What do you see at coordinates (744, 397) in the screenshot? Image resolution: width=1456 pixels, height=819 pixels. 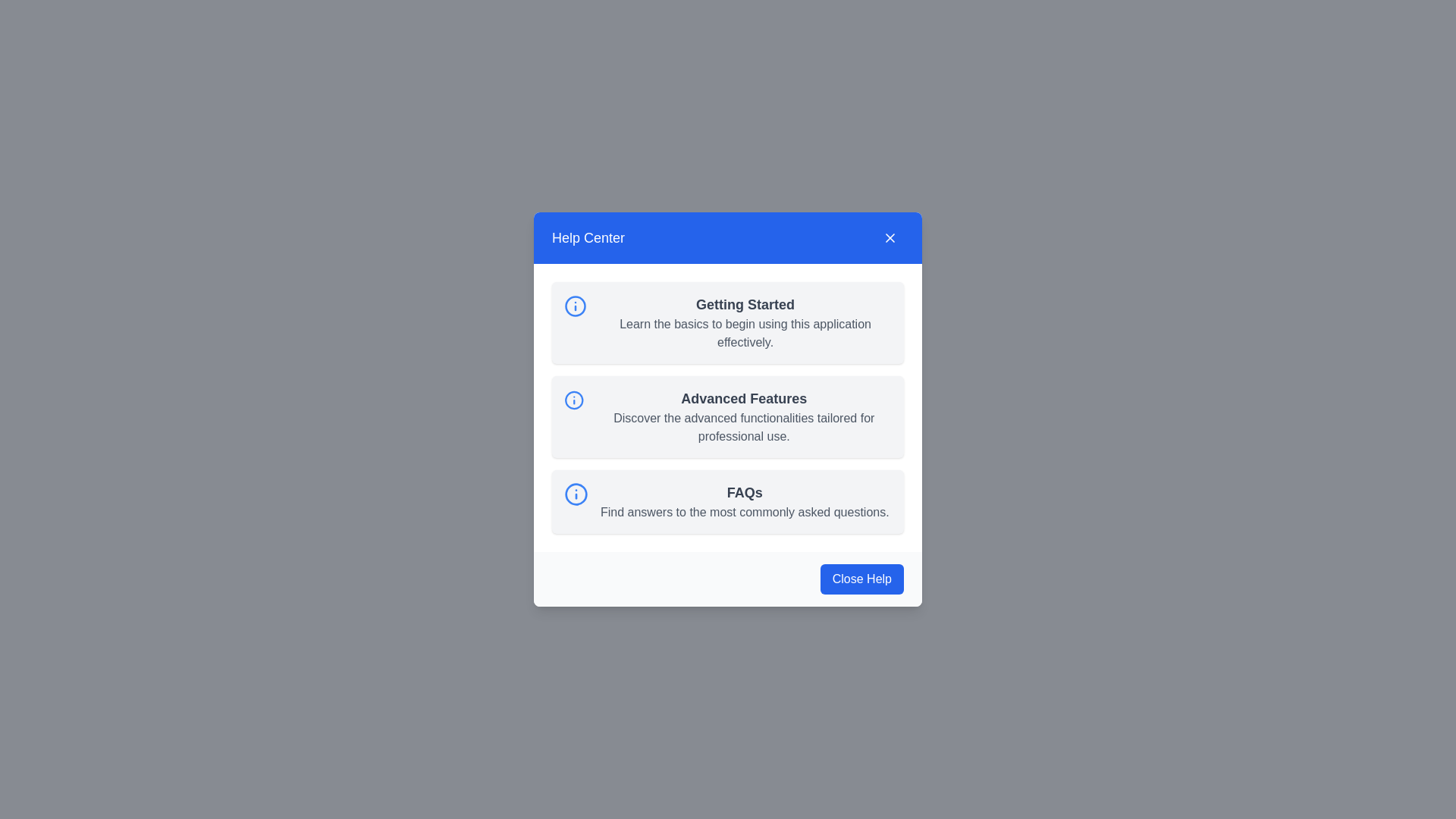 I see `the title text that introduces advanced functionalities in the help menu card, located beneath the 'Getting Started' section` at bounding box center [744, 397].